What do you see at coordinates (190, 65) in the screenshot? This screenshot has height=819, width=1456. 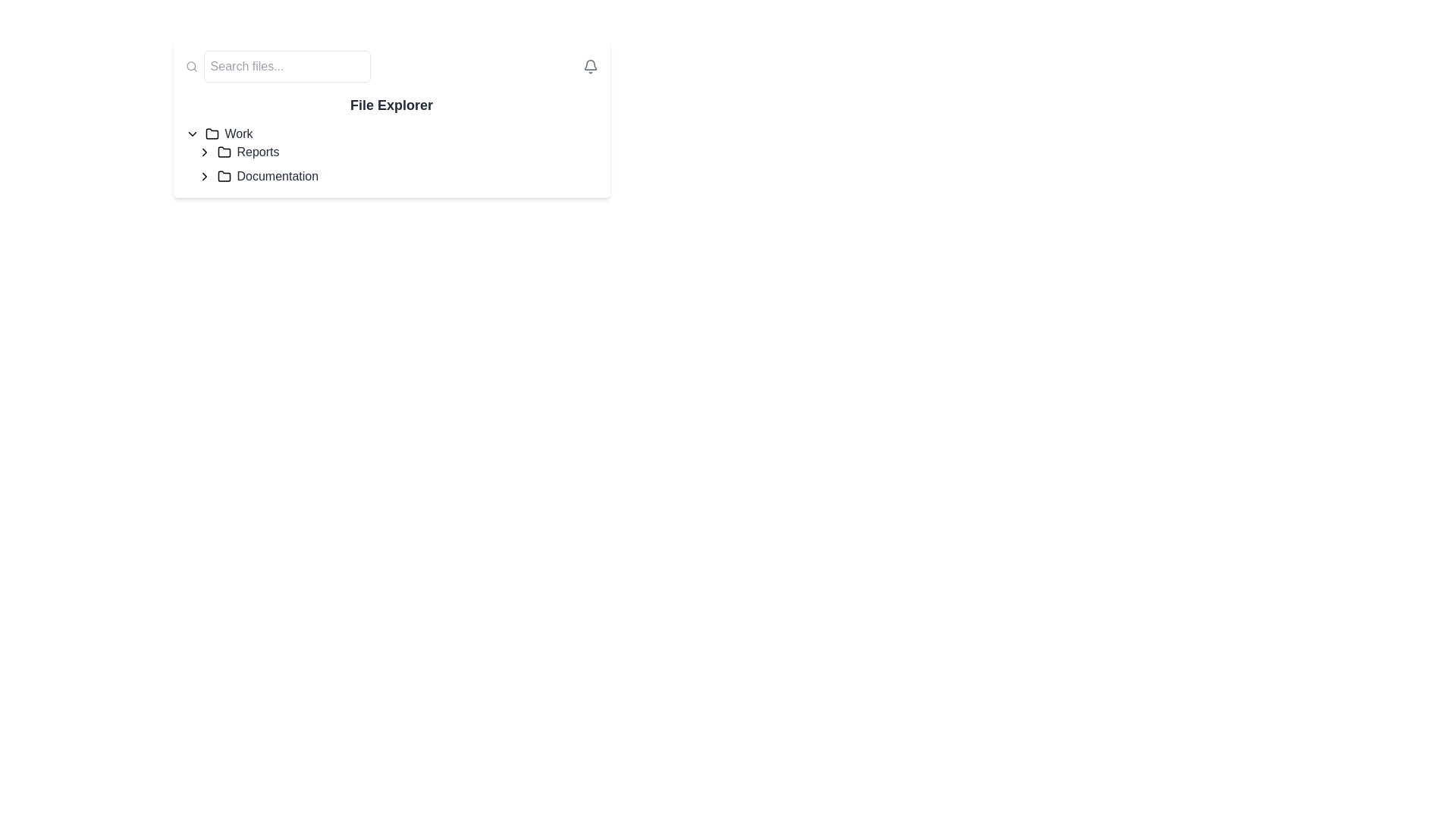 I see `the search icon by clicking on the circular component of the magnifying glass located at the top-left corner of the file explorer interface` at bounding box center [190, 65].